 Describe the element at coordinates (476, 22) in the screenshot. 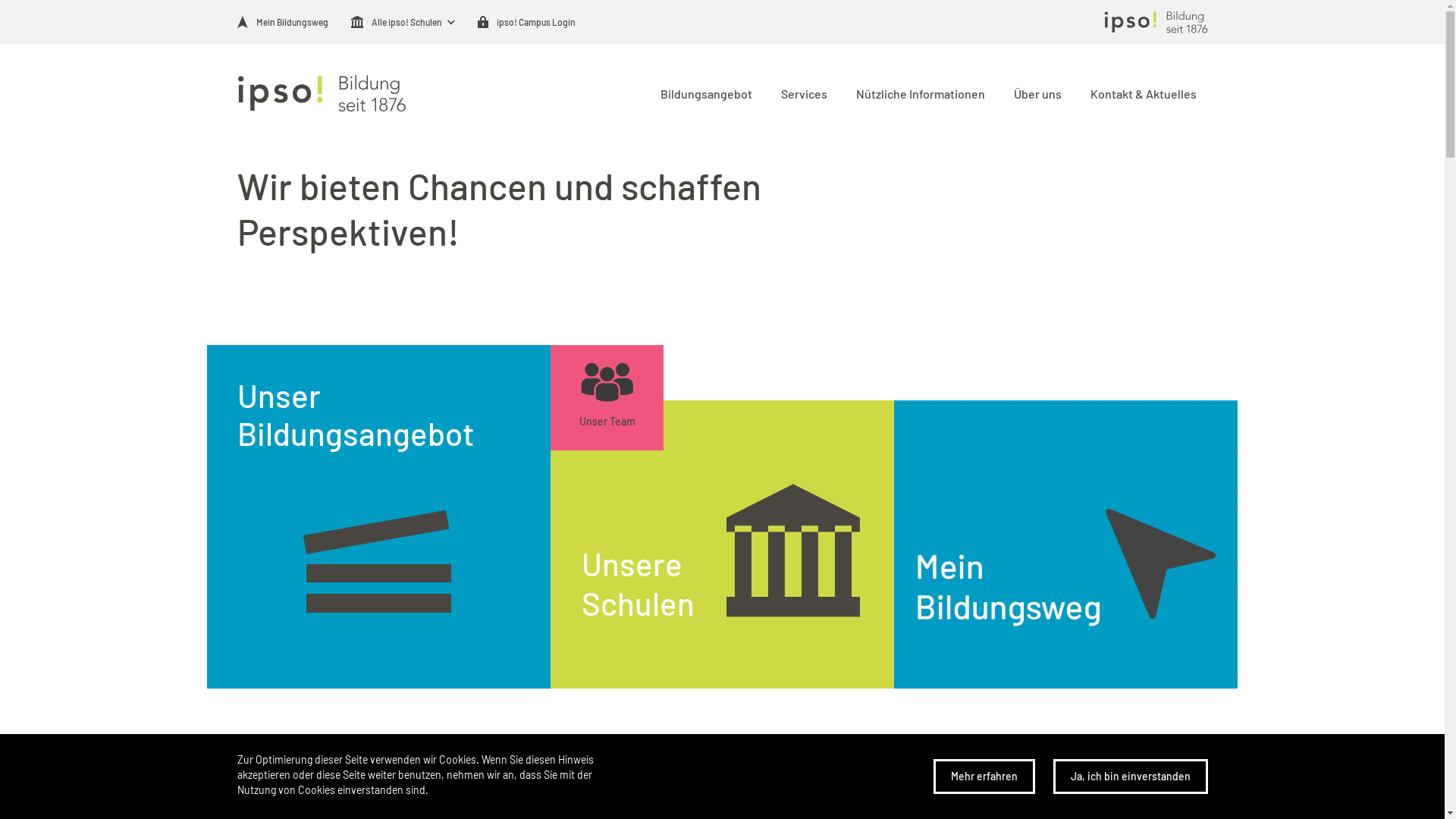

I see `'ipso! Campus Login'` at that location.